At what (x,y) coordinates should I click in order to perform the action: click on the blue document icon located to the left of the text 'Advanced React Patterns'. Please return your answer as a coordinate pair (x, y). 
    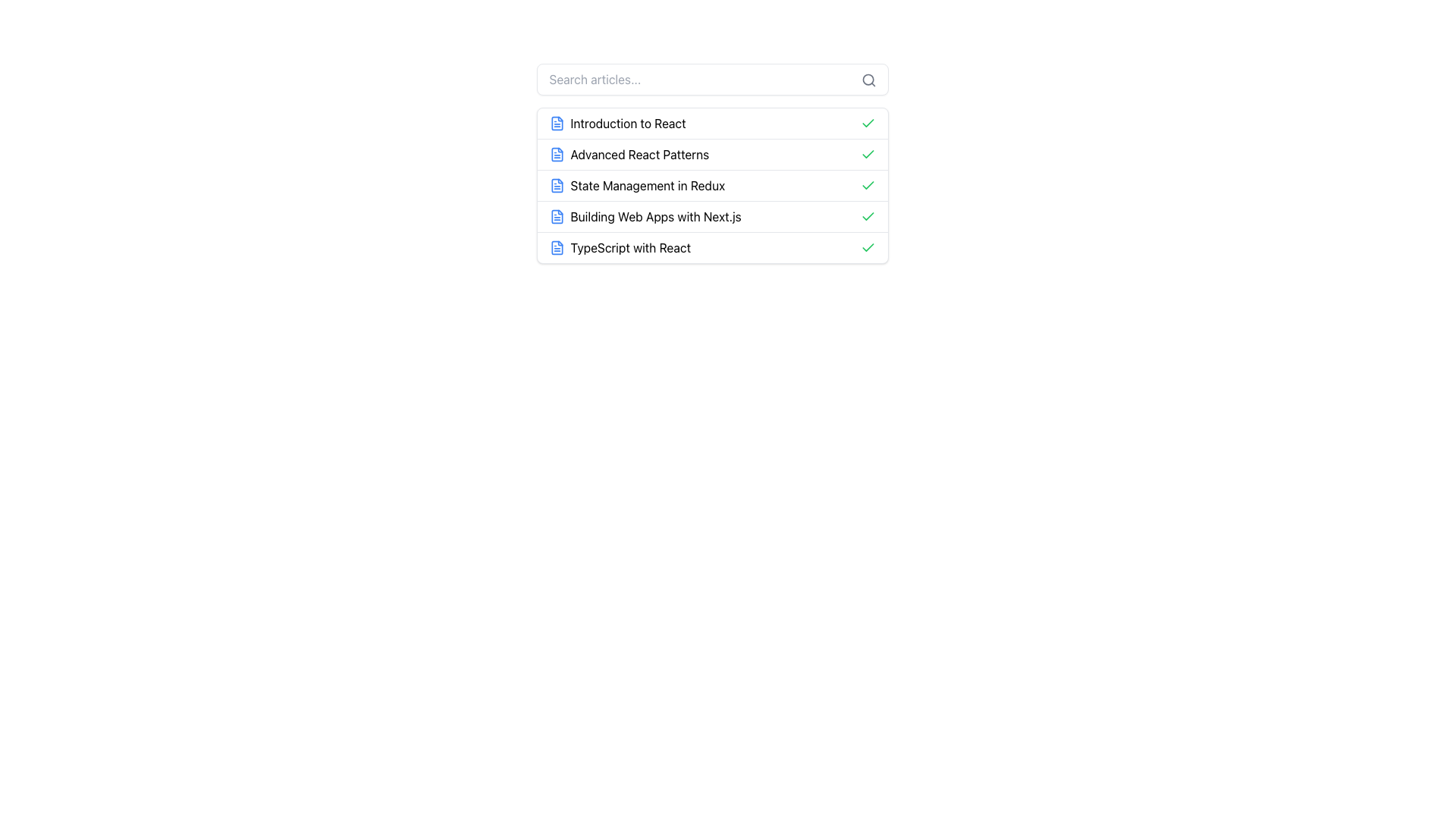
    Looking at the image, I should click on (556, 155).